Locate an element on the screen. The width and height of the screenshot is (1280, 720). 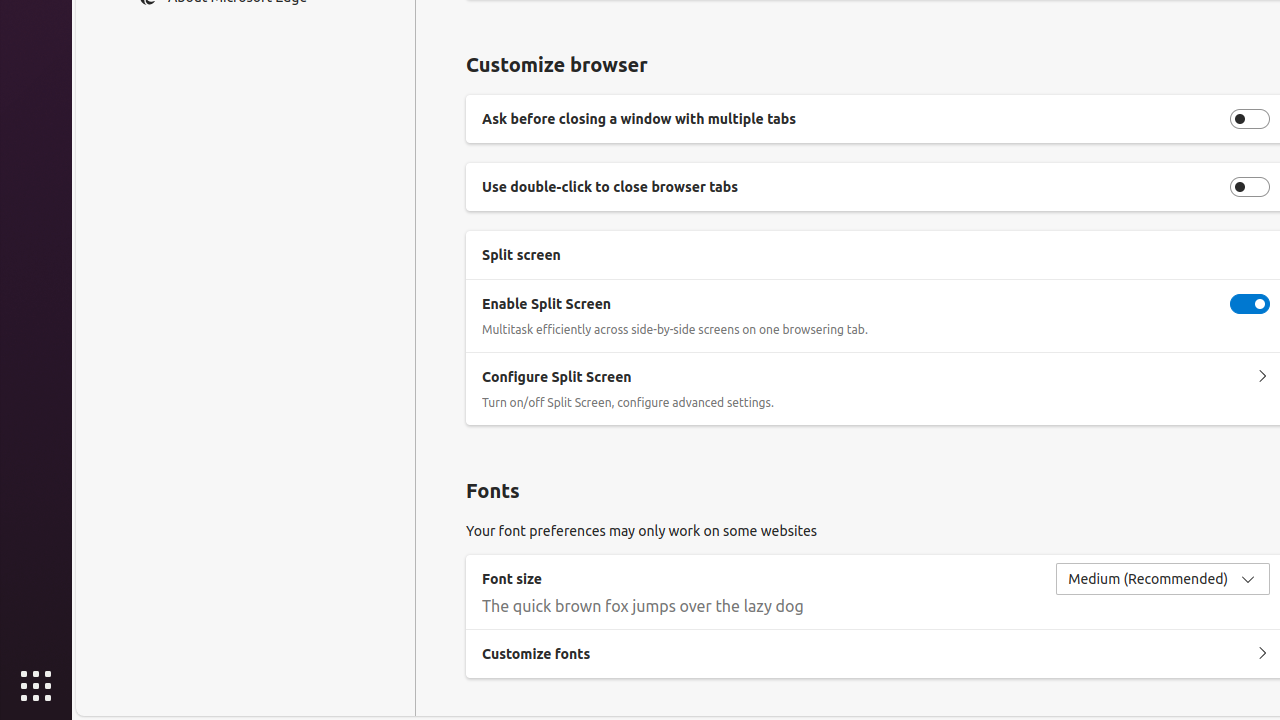
'Font size Medium (Recommended)' is located at coordinates (1163, 579).